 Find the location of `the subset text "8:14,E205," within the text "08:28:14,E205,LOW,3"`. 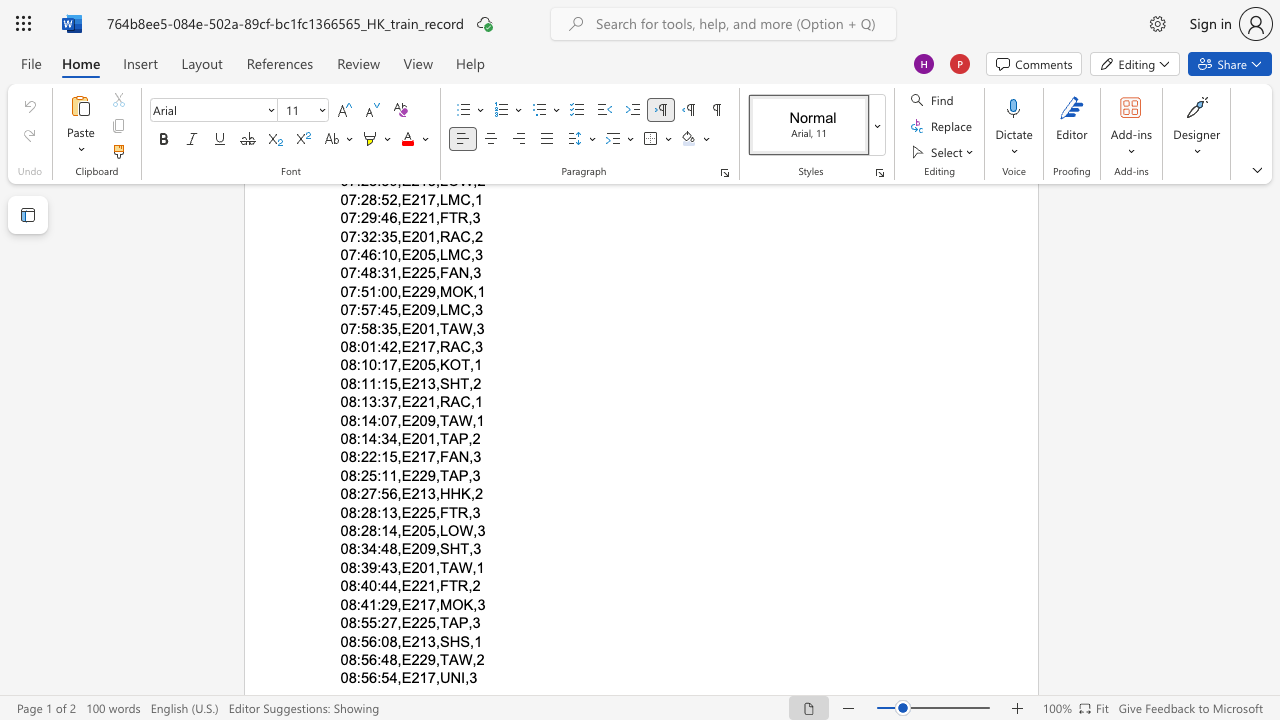

the subset text "8:14,E205," within the text "08:28:14,E205,LOW,3" is located at coordinates (369, 530).